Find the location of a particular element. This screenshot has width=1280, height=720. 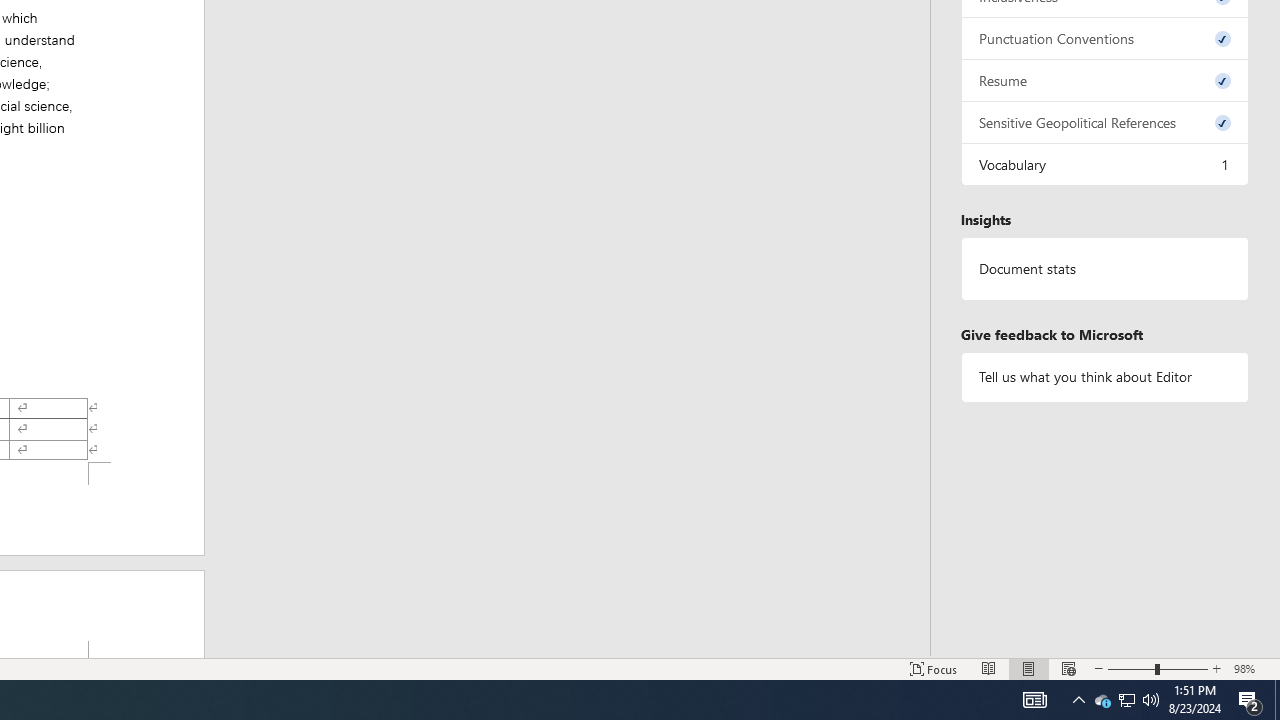

'Resume, 0 issues. Press space or enter to review items.' is located at coordinates (1104, 79).